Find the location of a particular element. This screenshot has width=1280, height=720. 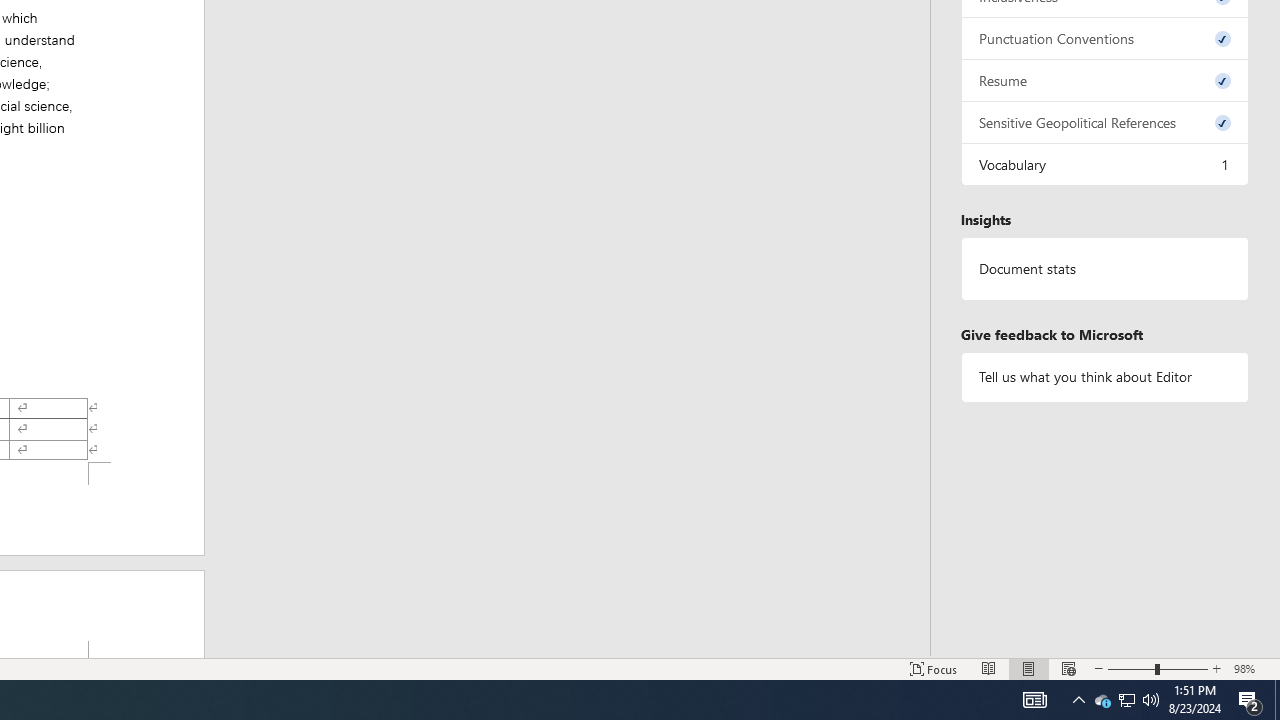

'Resume, 0 issues. Press space or enter to review items.' is located at coordinates (1104, 79).